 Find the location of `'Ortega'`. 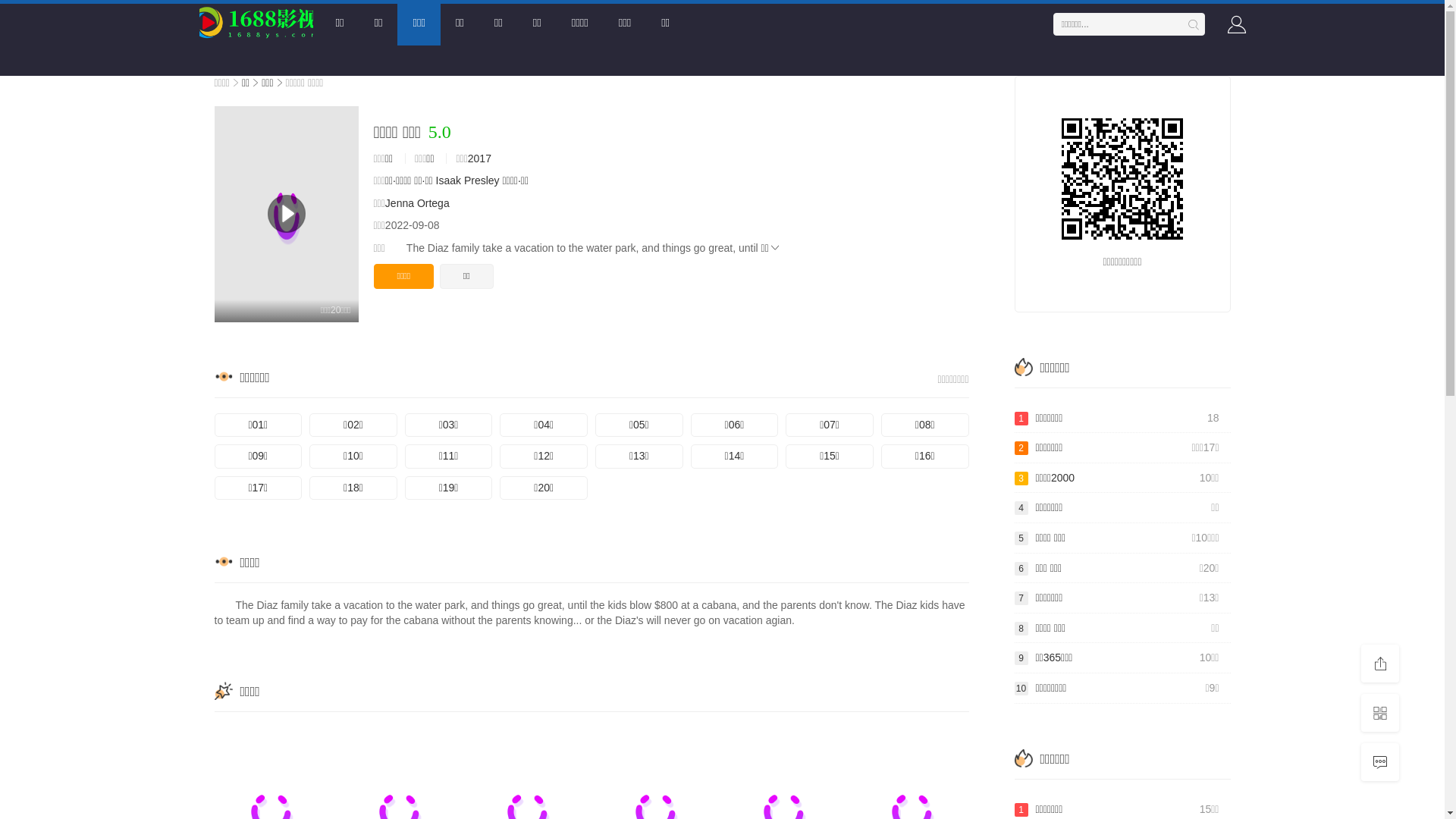

'Ortega' is located at coordinates (432, 202).